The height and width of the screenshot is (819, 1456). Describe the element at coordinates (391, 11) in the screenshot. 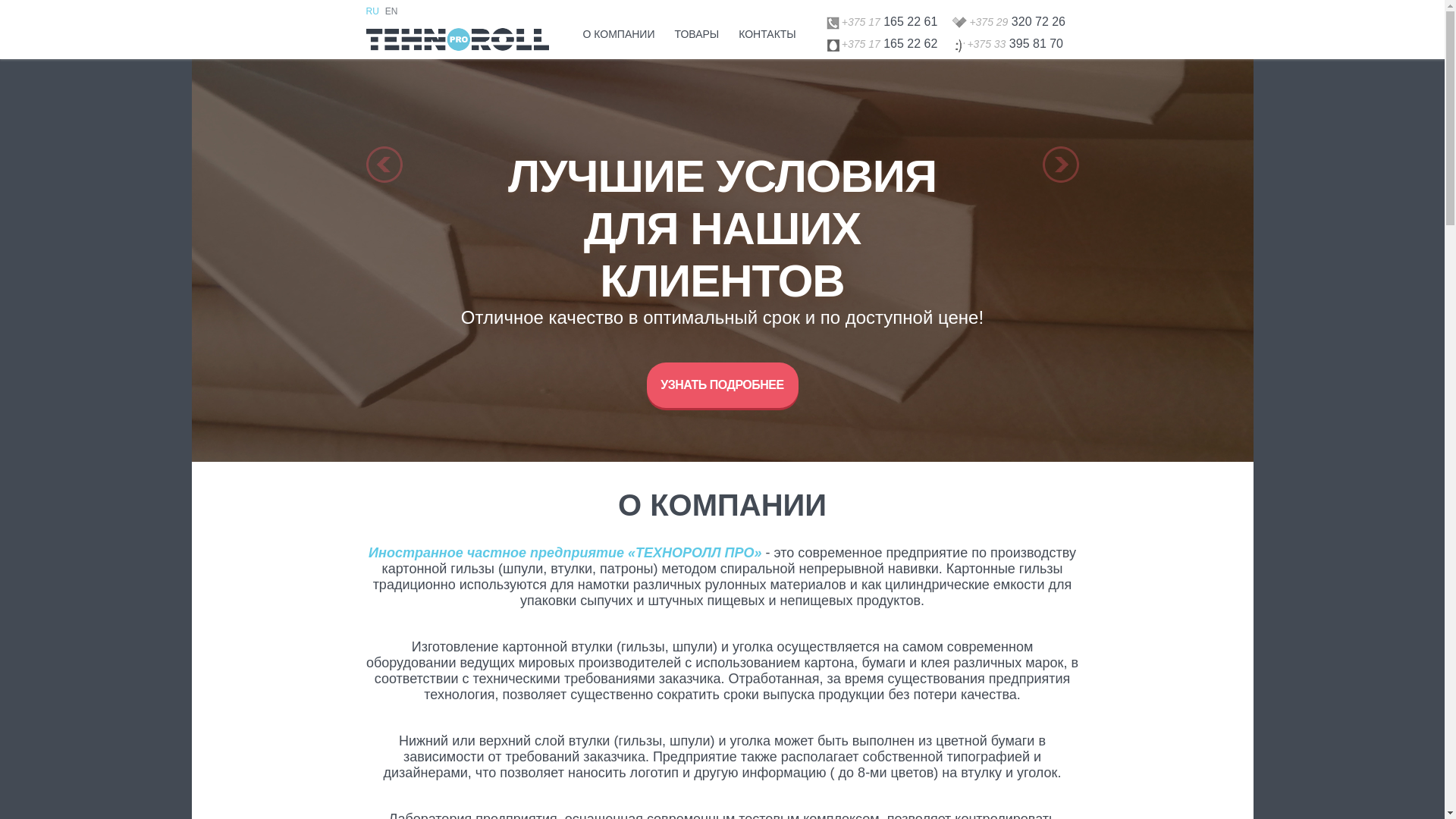

I see `'EN'` at that location.